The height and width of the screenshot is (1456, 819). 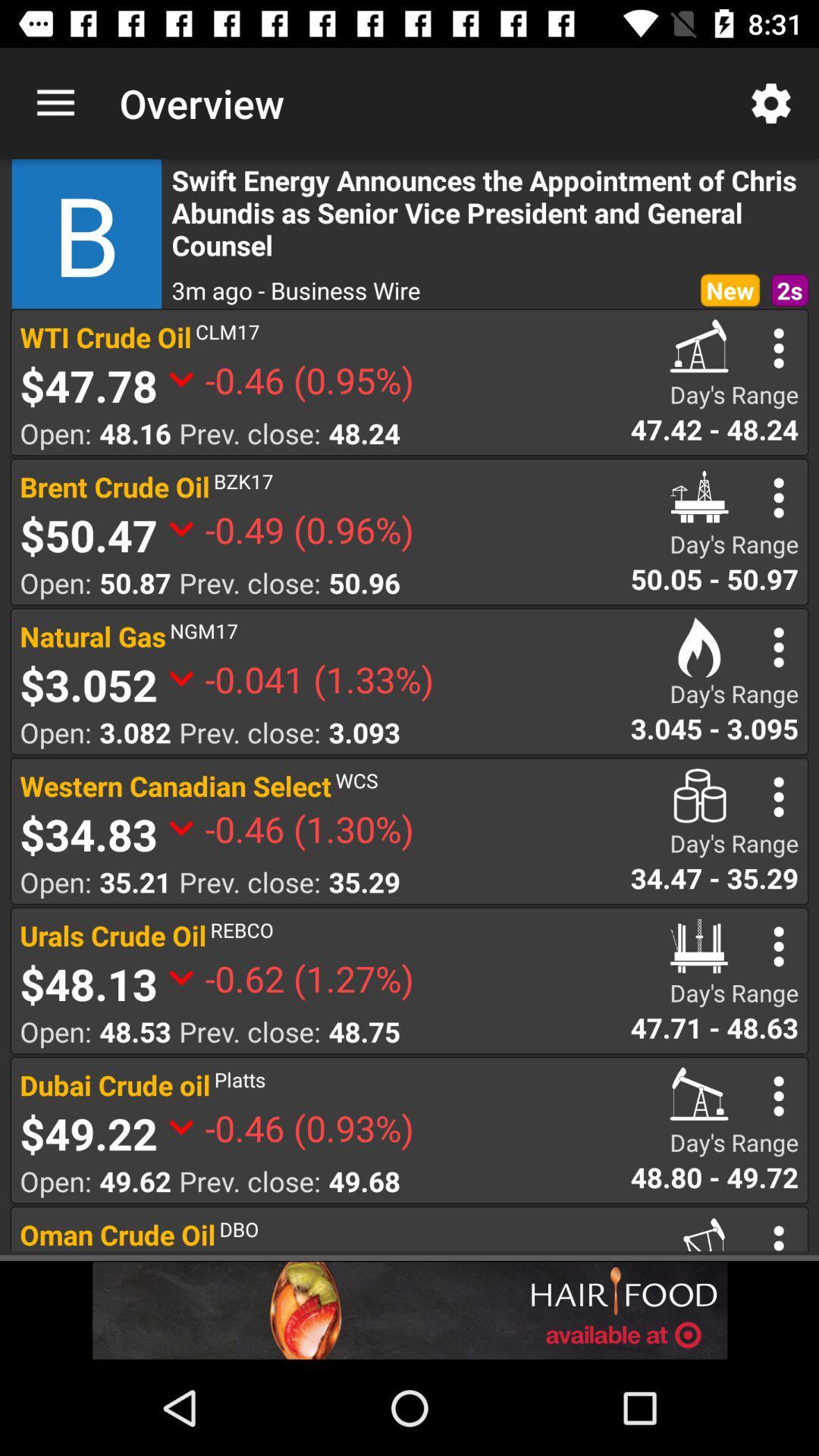 I want to click on options, so click(x=779, y=796).